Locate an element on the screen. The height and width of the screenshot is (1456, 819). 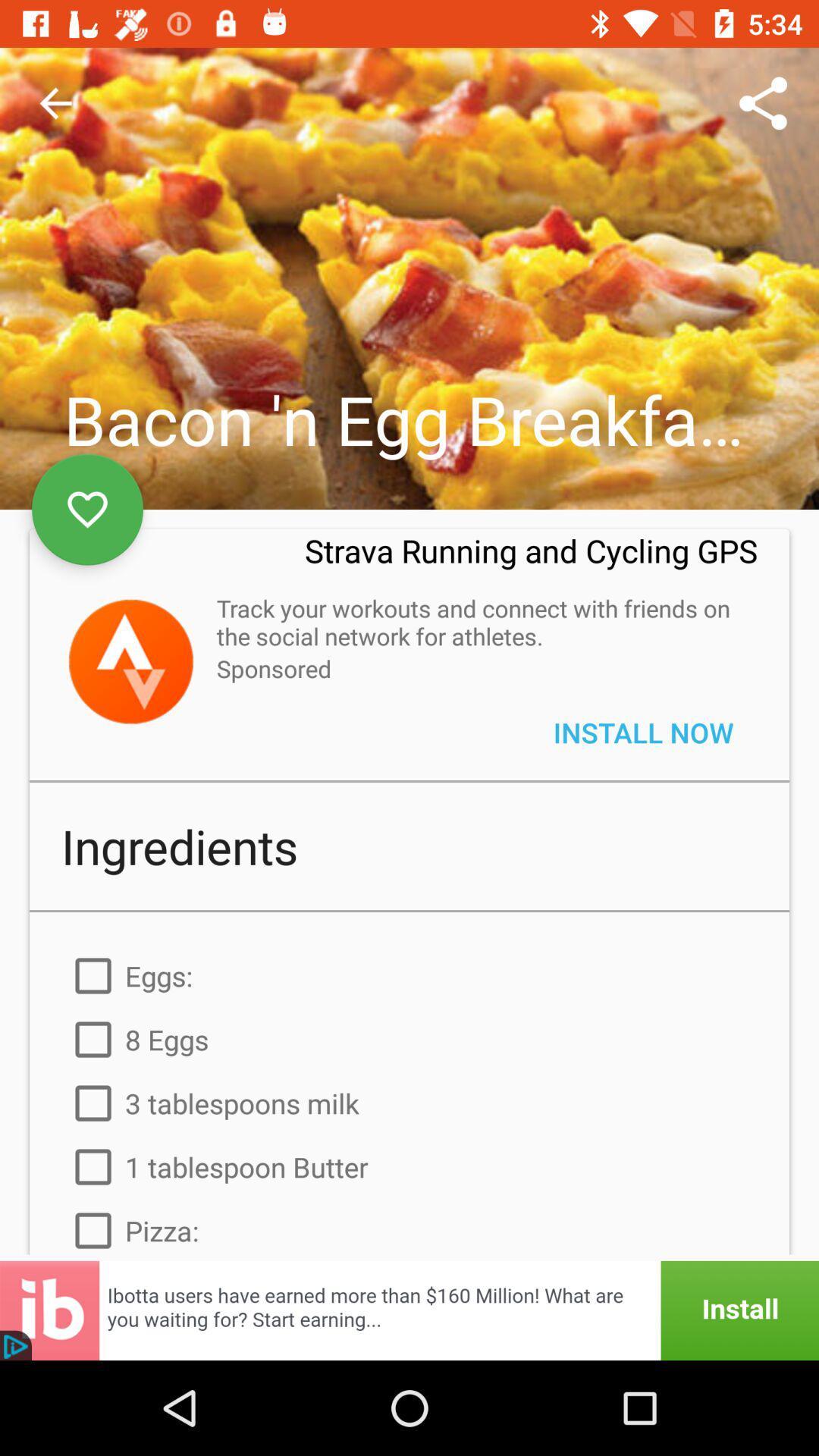
item above the 8 eggs is located at coordinates (409, 975).